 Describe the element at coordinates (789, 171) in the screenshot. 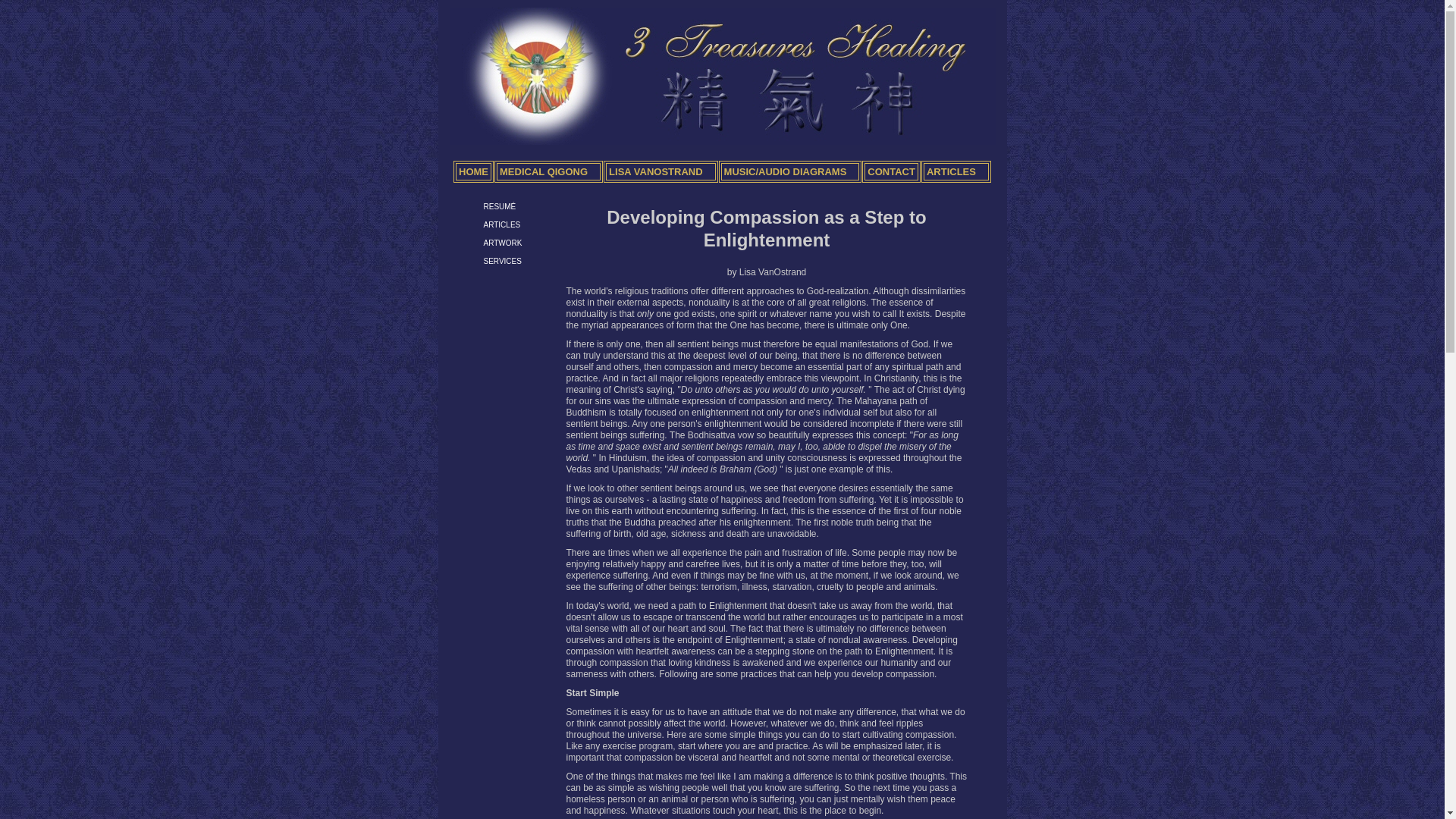

I see `'MUSIC/AUDIO DIAGRAMS'` at that location.